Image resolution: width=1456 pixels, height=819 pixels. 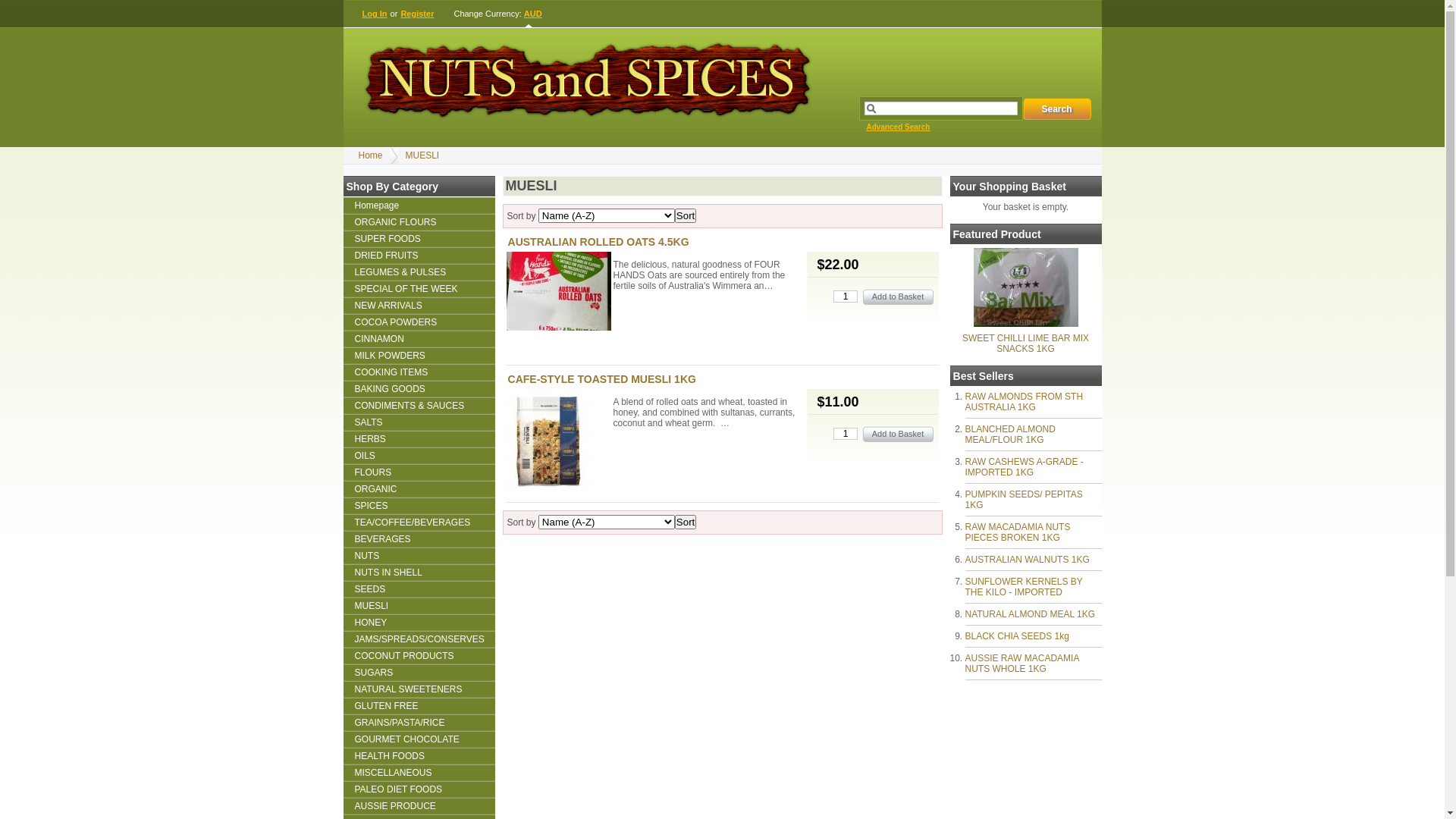 I want to click on 'NATURAL ALMOND MEAL 1KG', so click(x=1030, y=614).